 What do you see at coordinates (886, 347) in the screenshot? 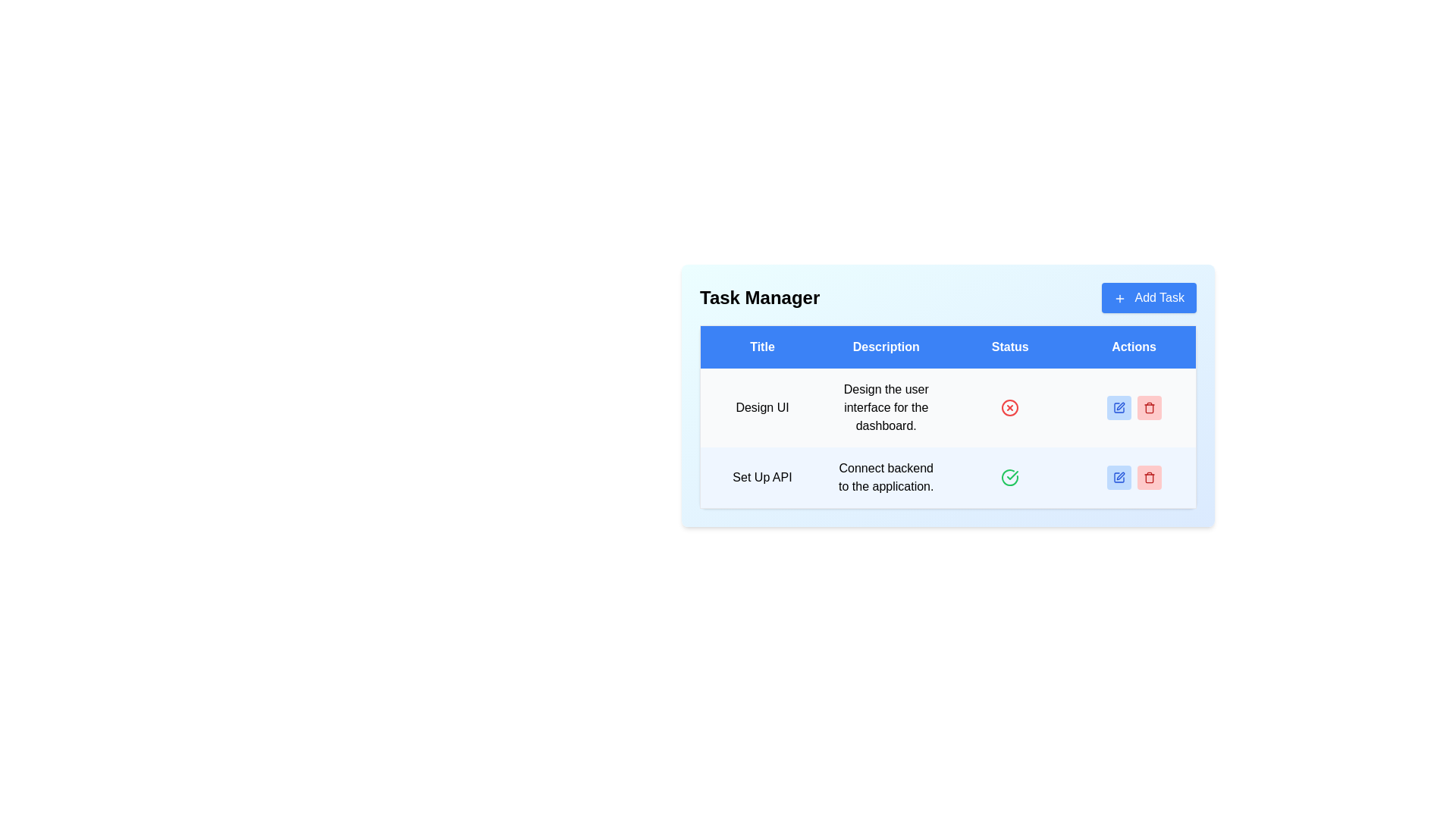
I see `the header element that serves as a label for descriptions, positioned between 'Title' and 'Status' in a horizontal row of buttons` at bounding box center [886, 347].